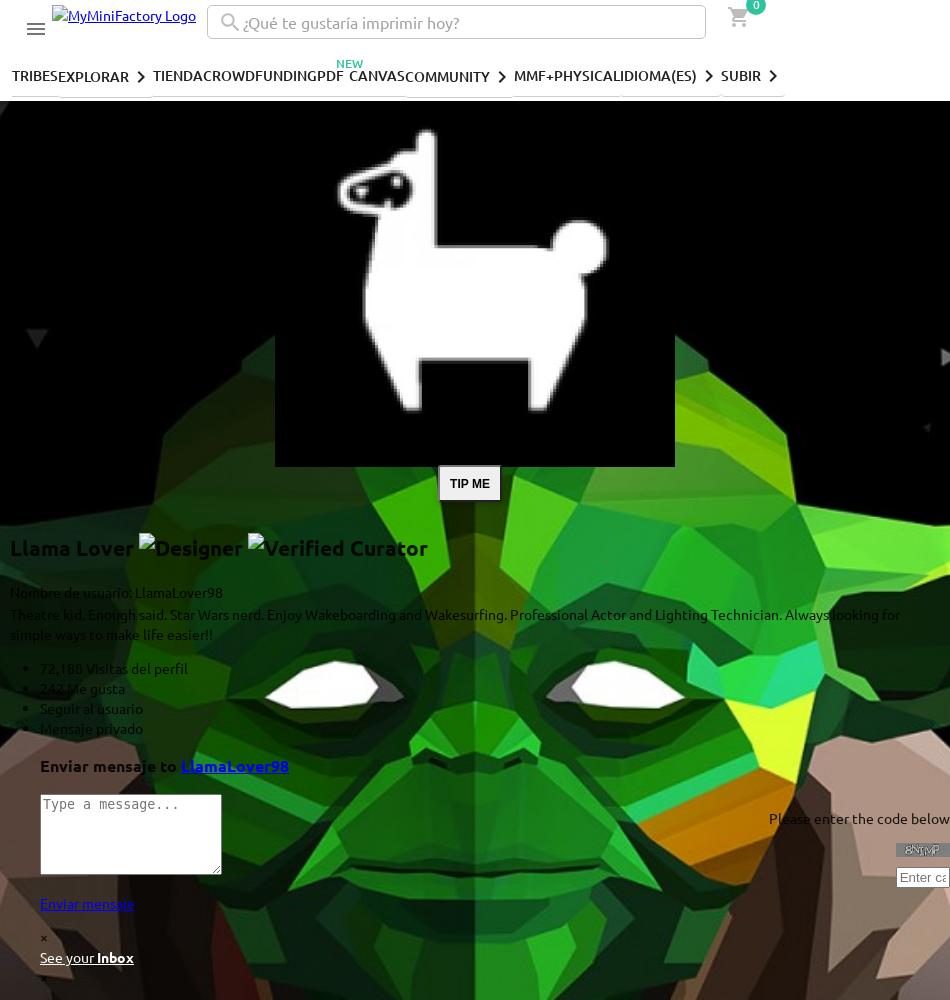  What do you see at coordinates (93, 74) in the screenshot?
I see `'Explorar'` at bounding box center [93, 74].